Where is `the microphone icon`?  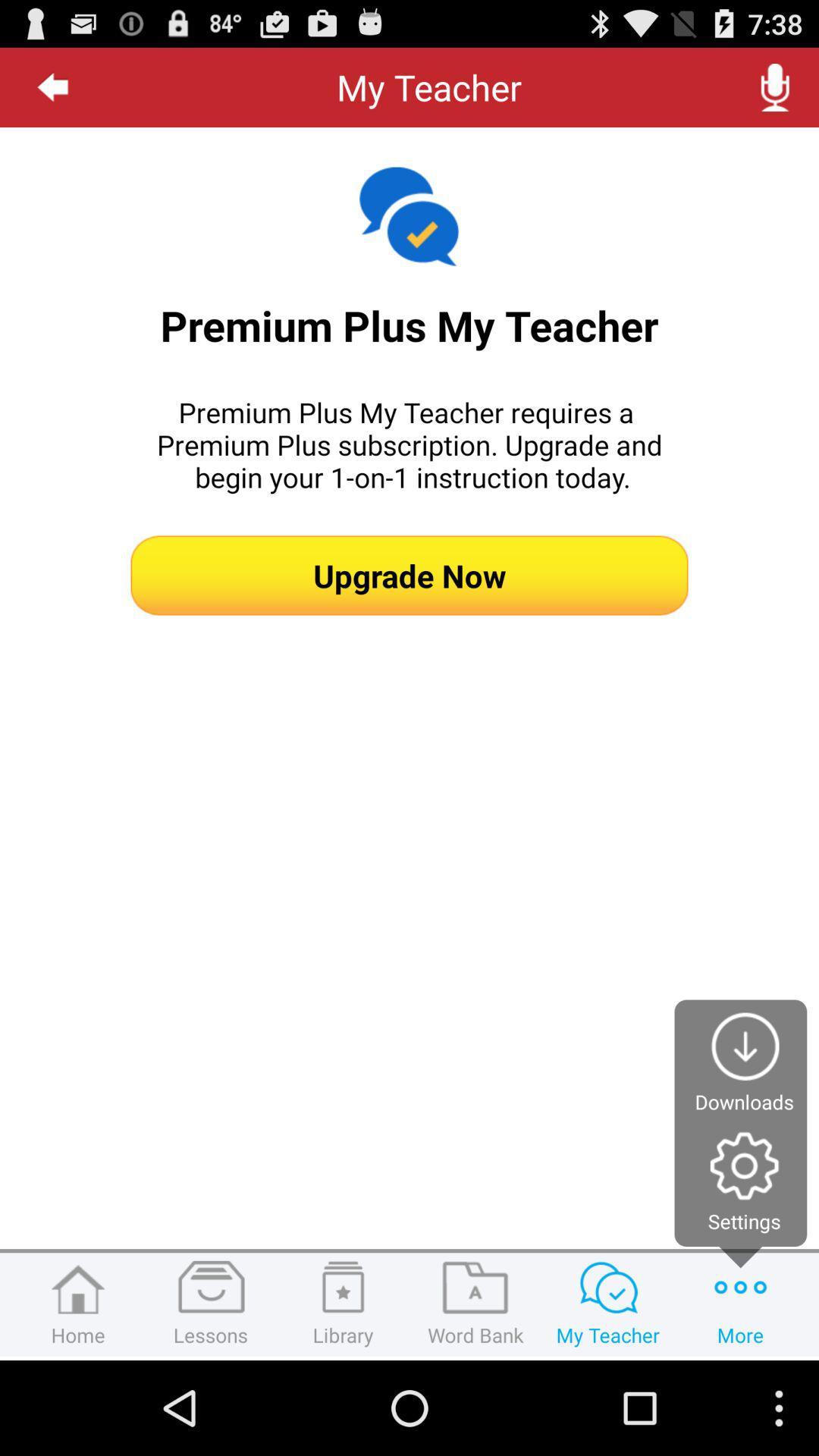
the microphone icon is located at coordinates (775, 93).